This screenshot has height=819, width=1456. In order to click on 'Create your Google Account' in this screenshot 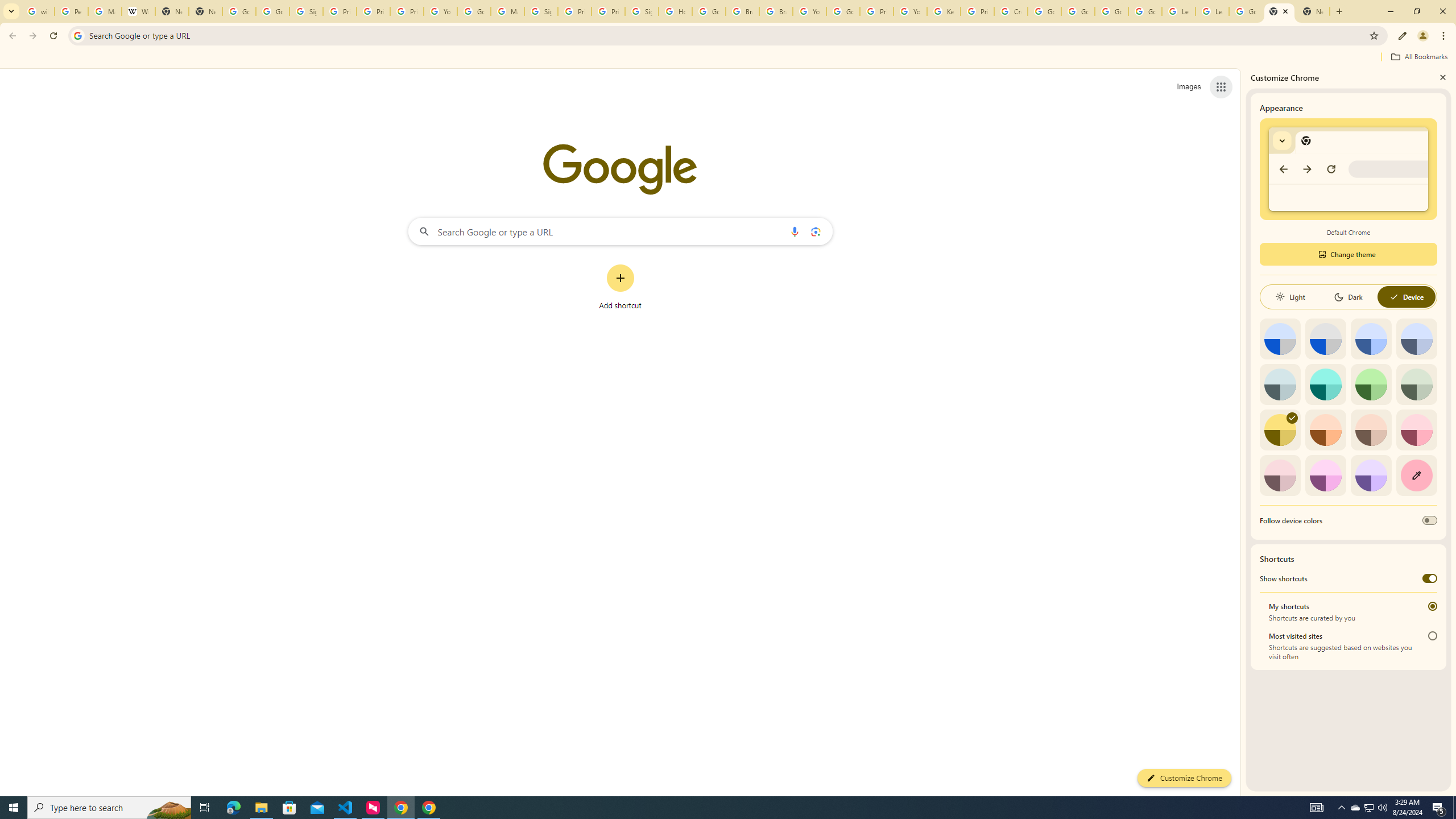, I will do `click(1010, 11)`.